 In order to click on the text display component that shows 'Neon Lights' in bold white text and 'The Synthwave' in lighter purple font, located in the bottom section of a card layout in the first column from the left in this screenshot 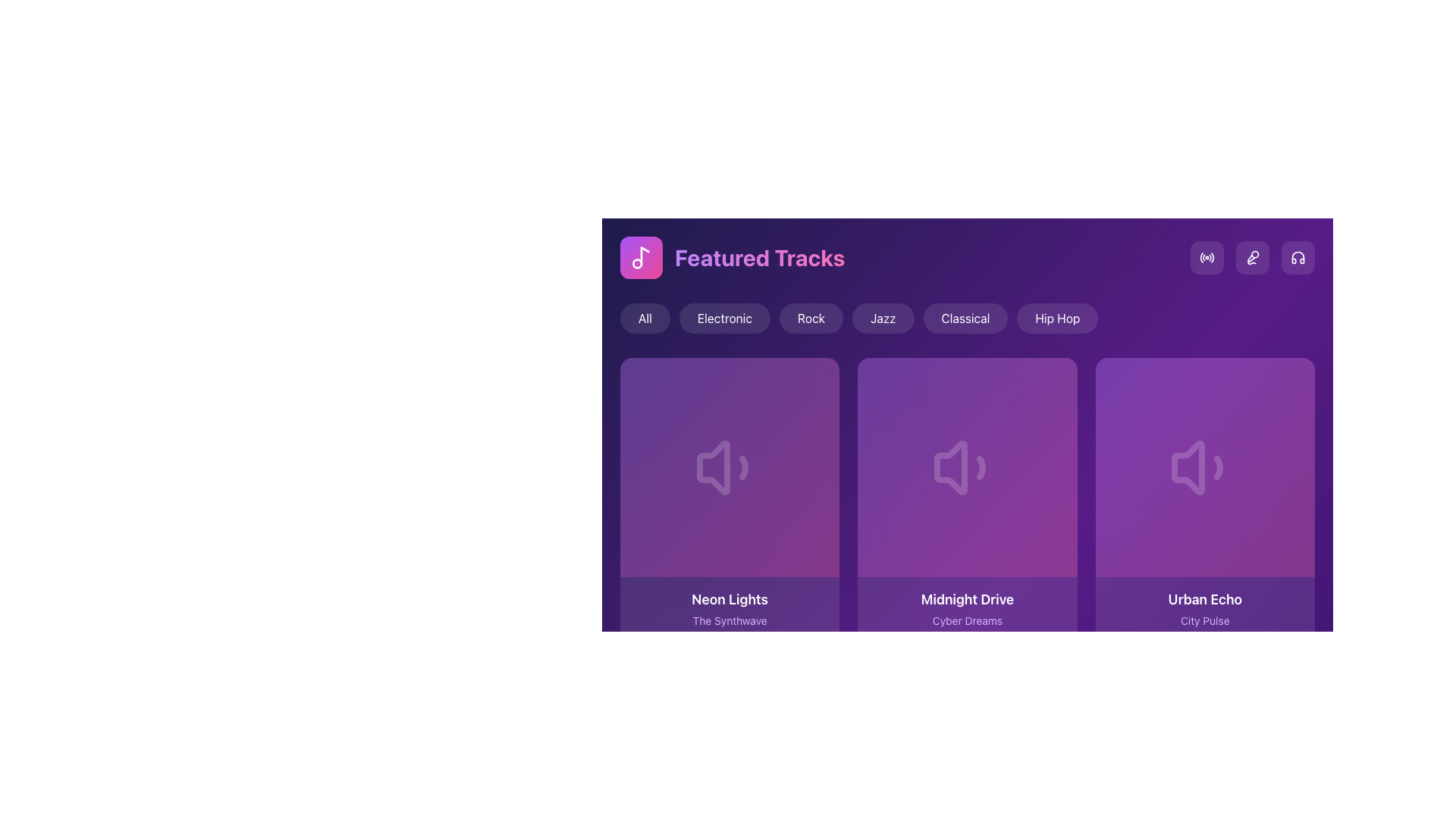, I will do `click(730, 623)`.